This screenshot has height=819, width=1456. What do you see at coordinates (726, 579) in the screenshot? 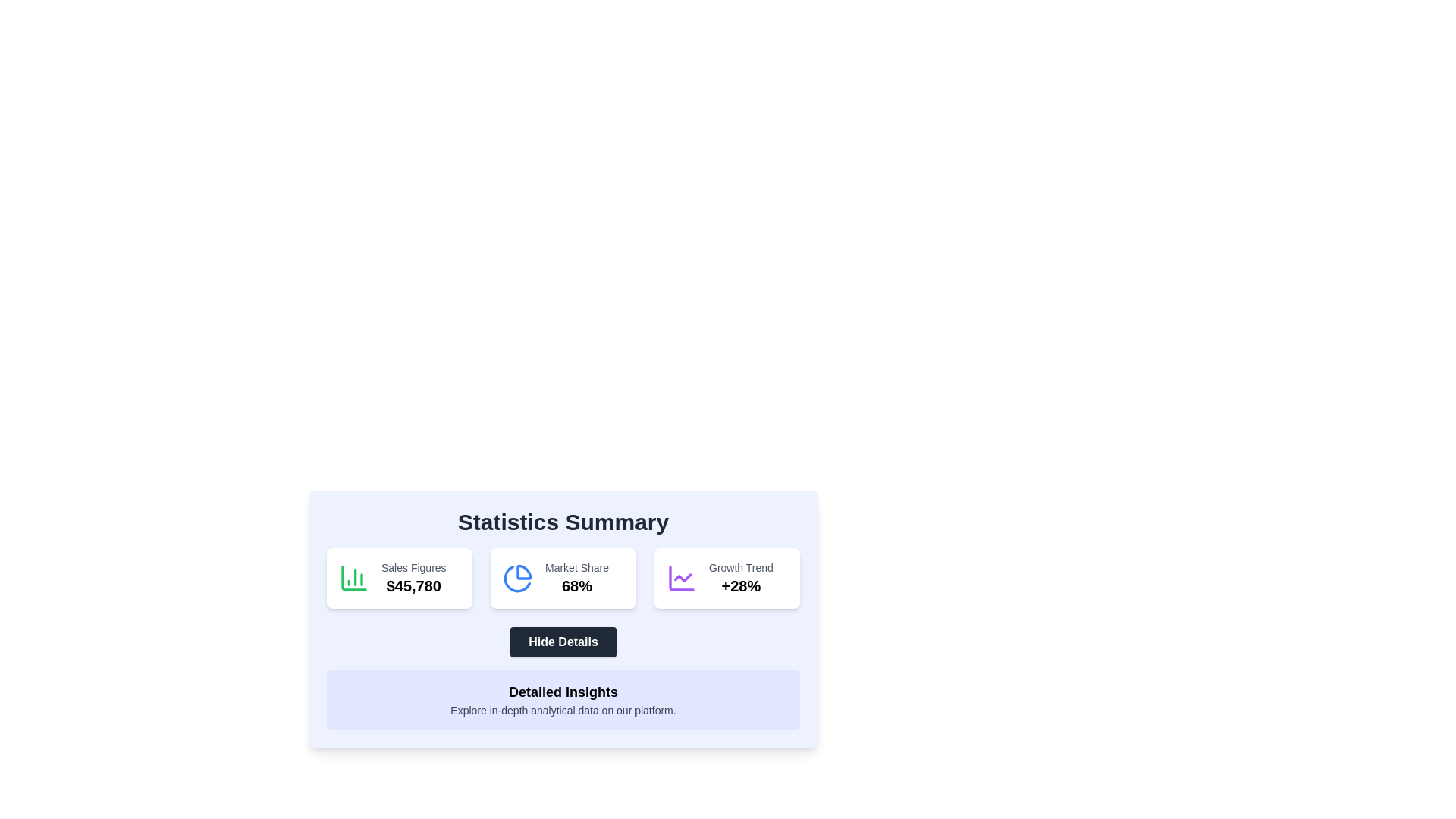
I see `displayed information from the third card in the statistics section, which shows a purple line chart icon and text indicating 'Growth Trend' and '+28%'` at bounding box center [726, 579].